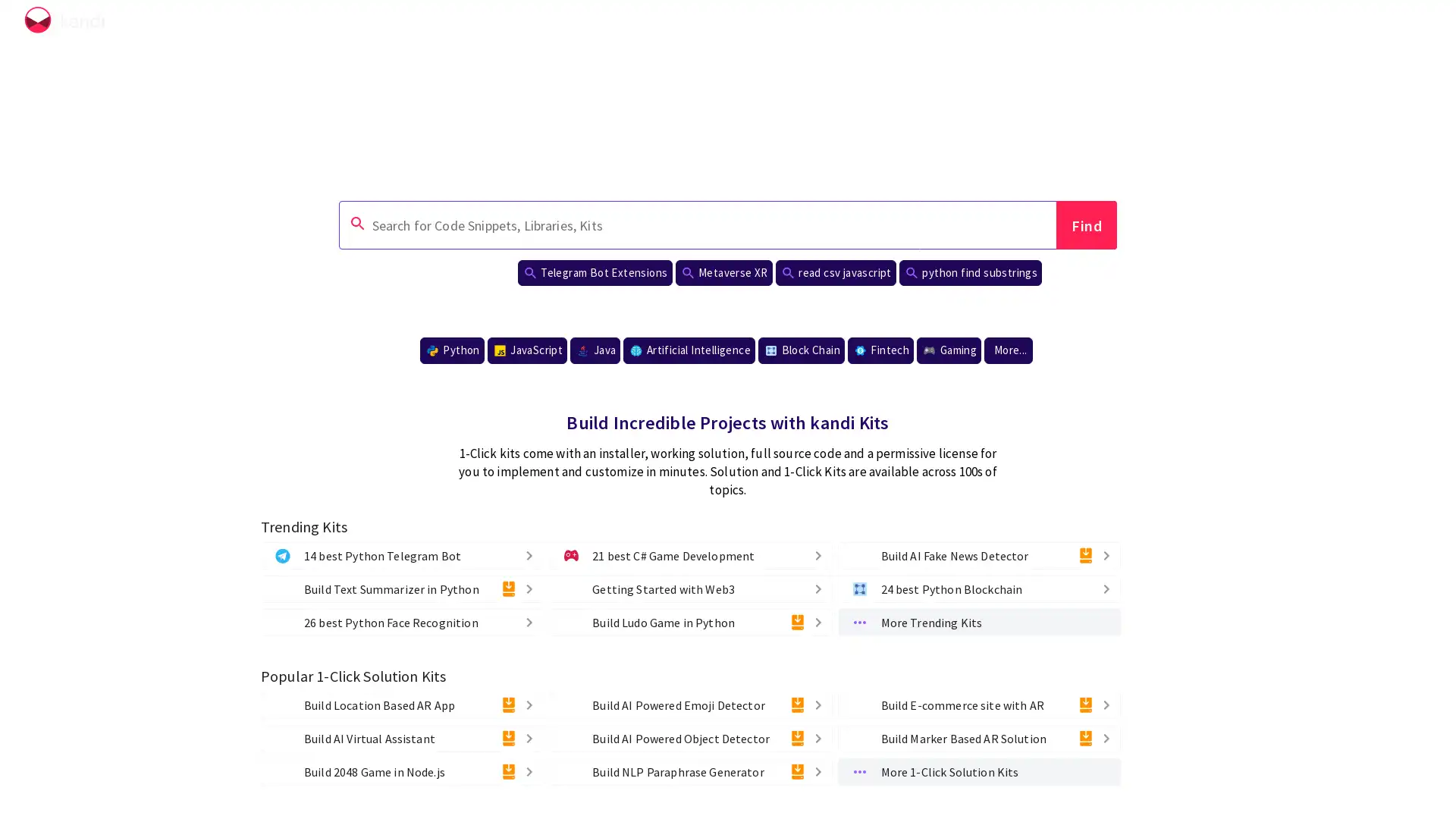 Image resolution: width=1456 pixels, height=819 pixels. I want to click on delete, so click(817, 736).